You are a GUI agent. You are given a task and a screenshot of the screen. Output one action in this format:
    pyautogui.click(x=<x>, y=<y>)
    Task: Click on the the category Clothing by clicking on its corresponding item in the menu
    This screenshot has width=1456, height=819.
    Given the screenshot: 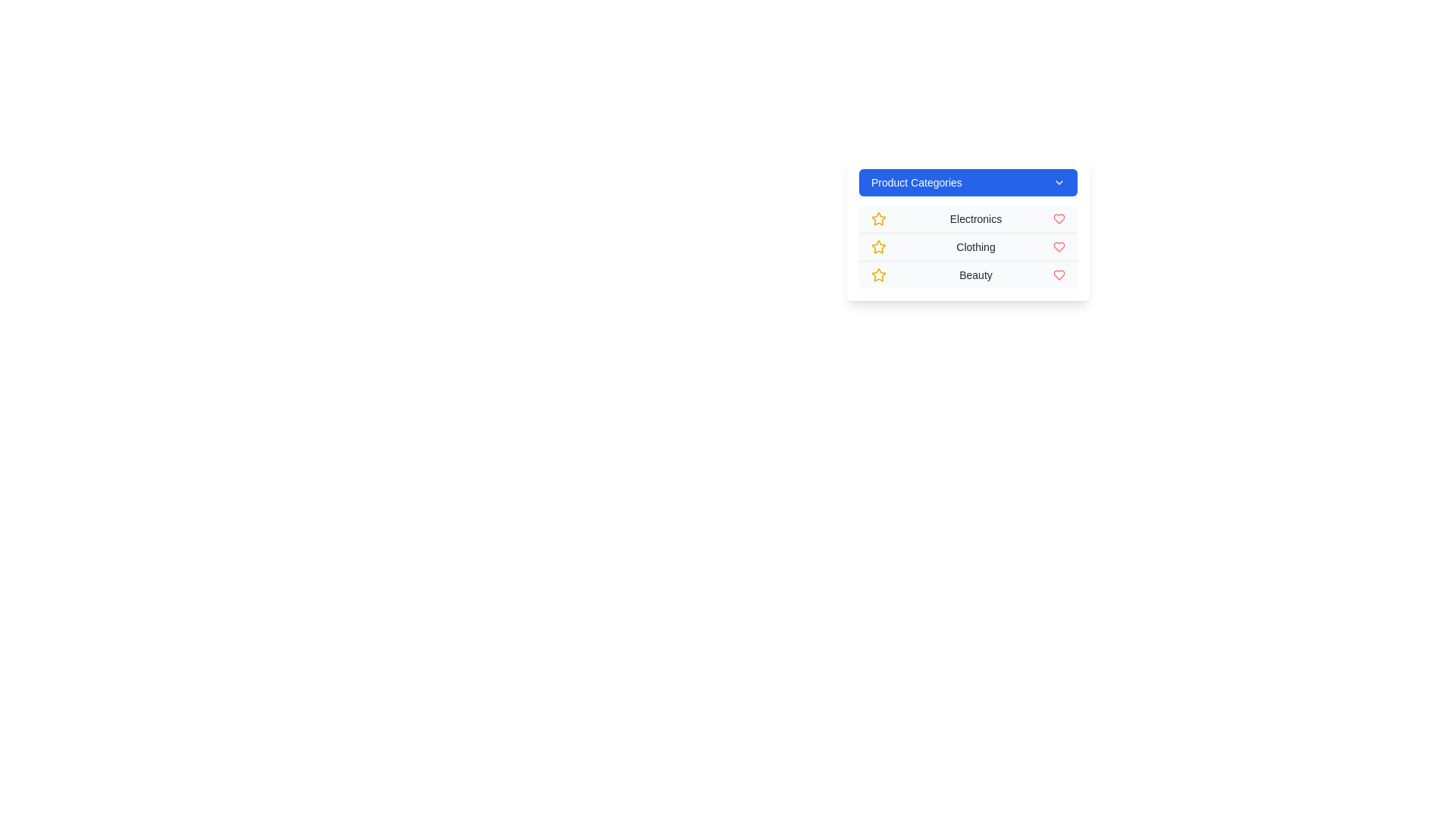 What is the action you would take?
    pyautogui.click(x=967, y=245)
    